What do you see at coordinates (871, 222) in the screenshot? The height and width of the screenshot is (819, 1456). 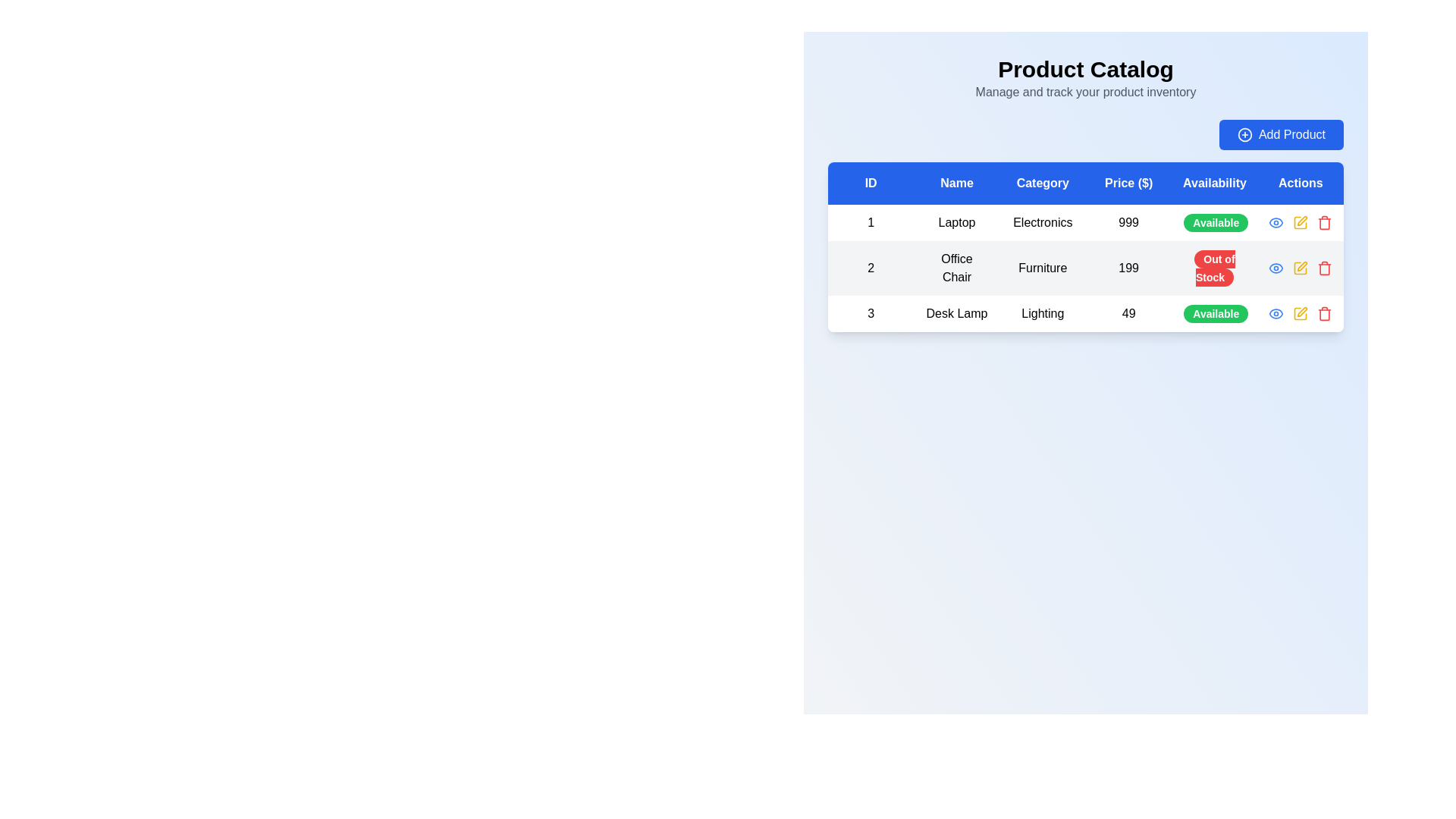 I see `the text element displaying the number '1' located in the first column of the grid-based table under the 'ID' header` at bounding box center [871, 222].